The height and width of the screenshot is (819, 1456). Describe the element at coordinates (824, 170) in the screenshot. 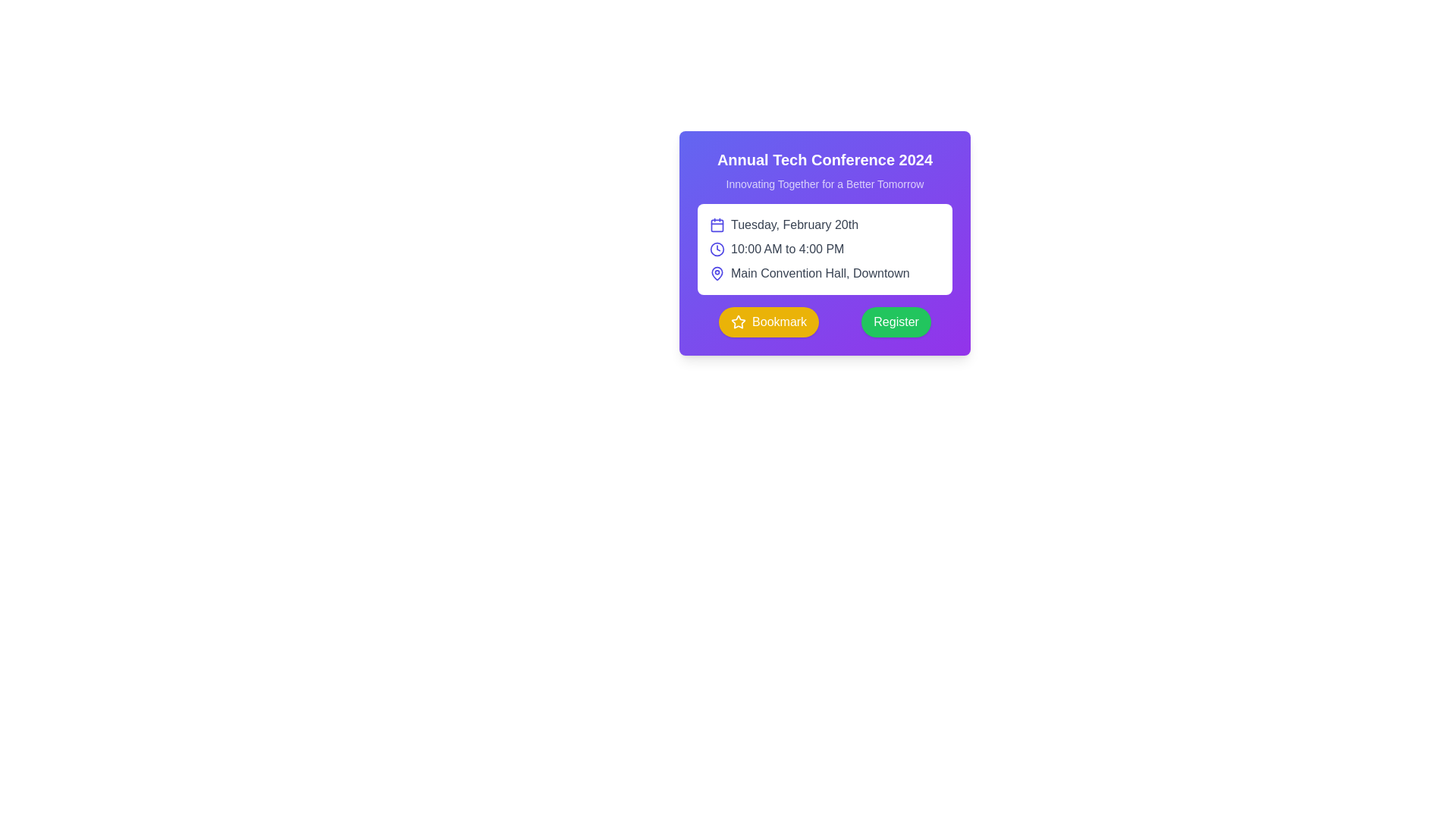

I see `the text block containing the multi-line heading 'Annual Tech Conference 2024' for accessibility tools, located at the top-central section of the card layout` at that location.